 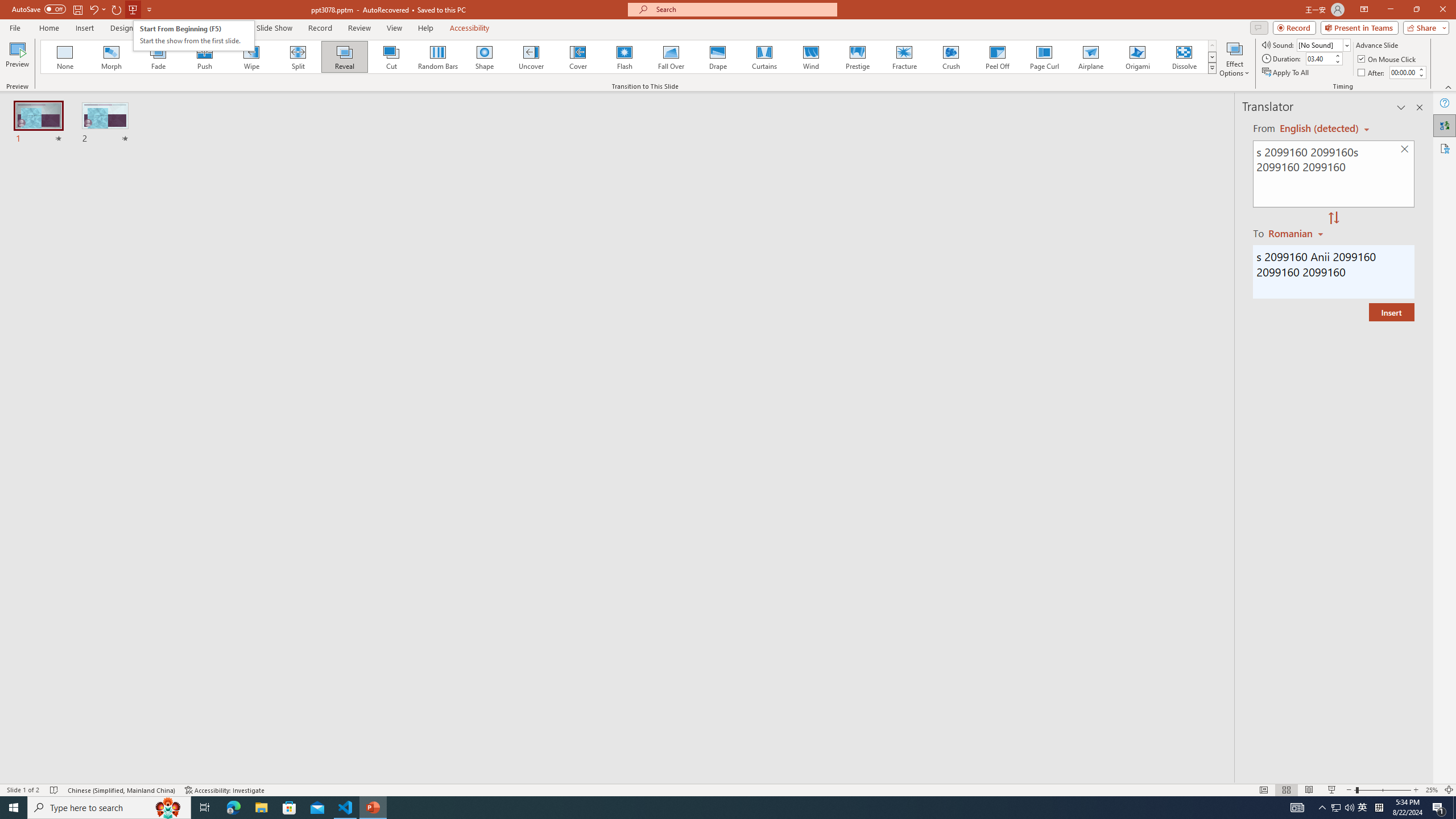 What do you see at coordinates (857, 56) in the screenshot?
I see `'Prestige'` at bounding box center [857, 56].